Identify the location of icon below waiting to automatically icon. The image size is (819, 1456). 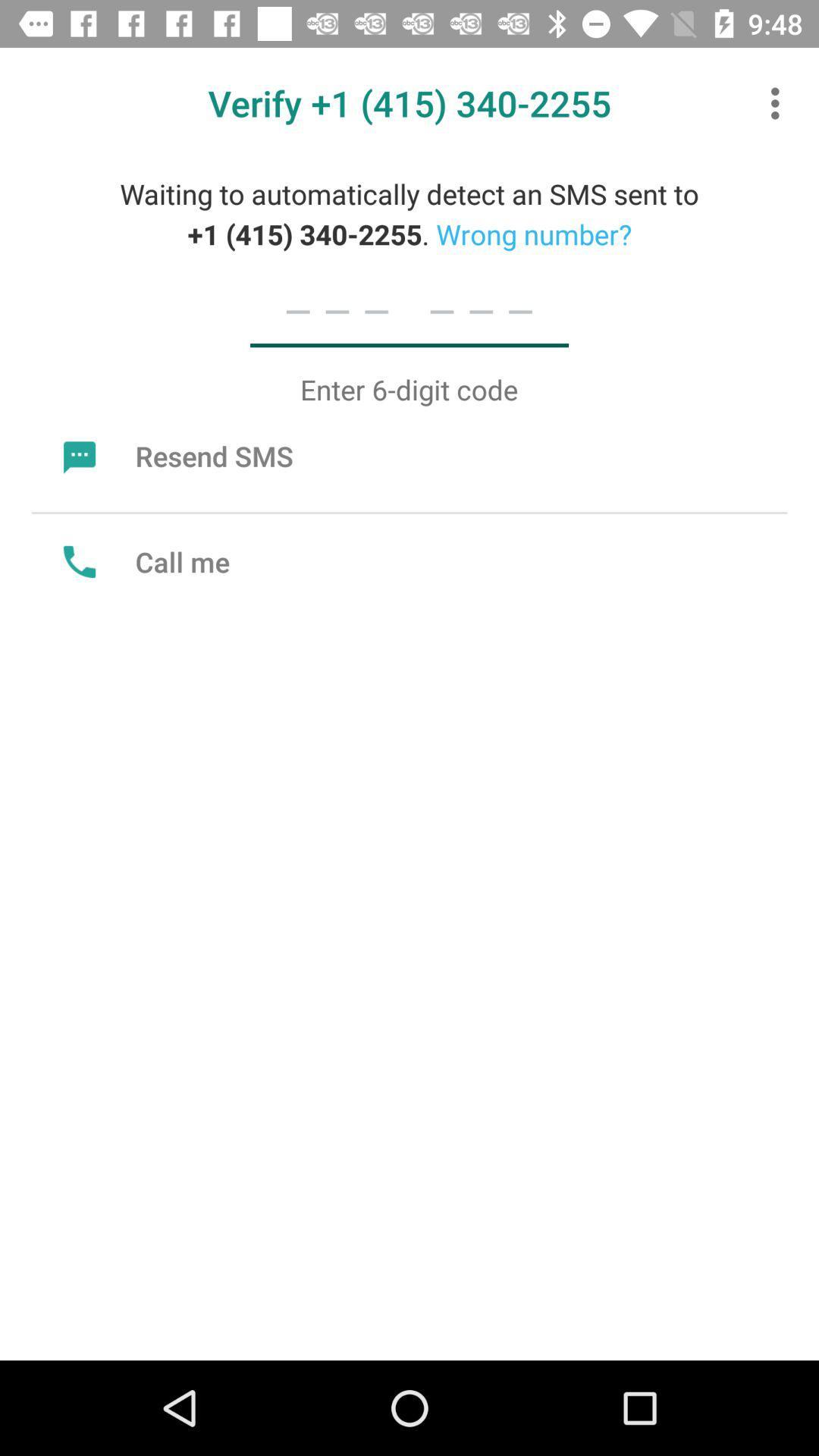
(409, 309).